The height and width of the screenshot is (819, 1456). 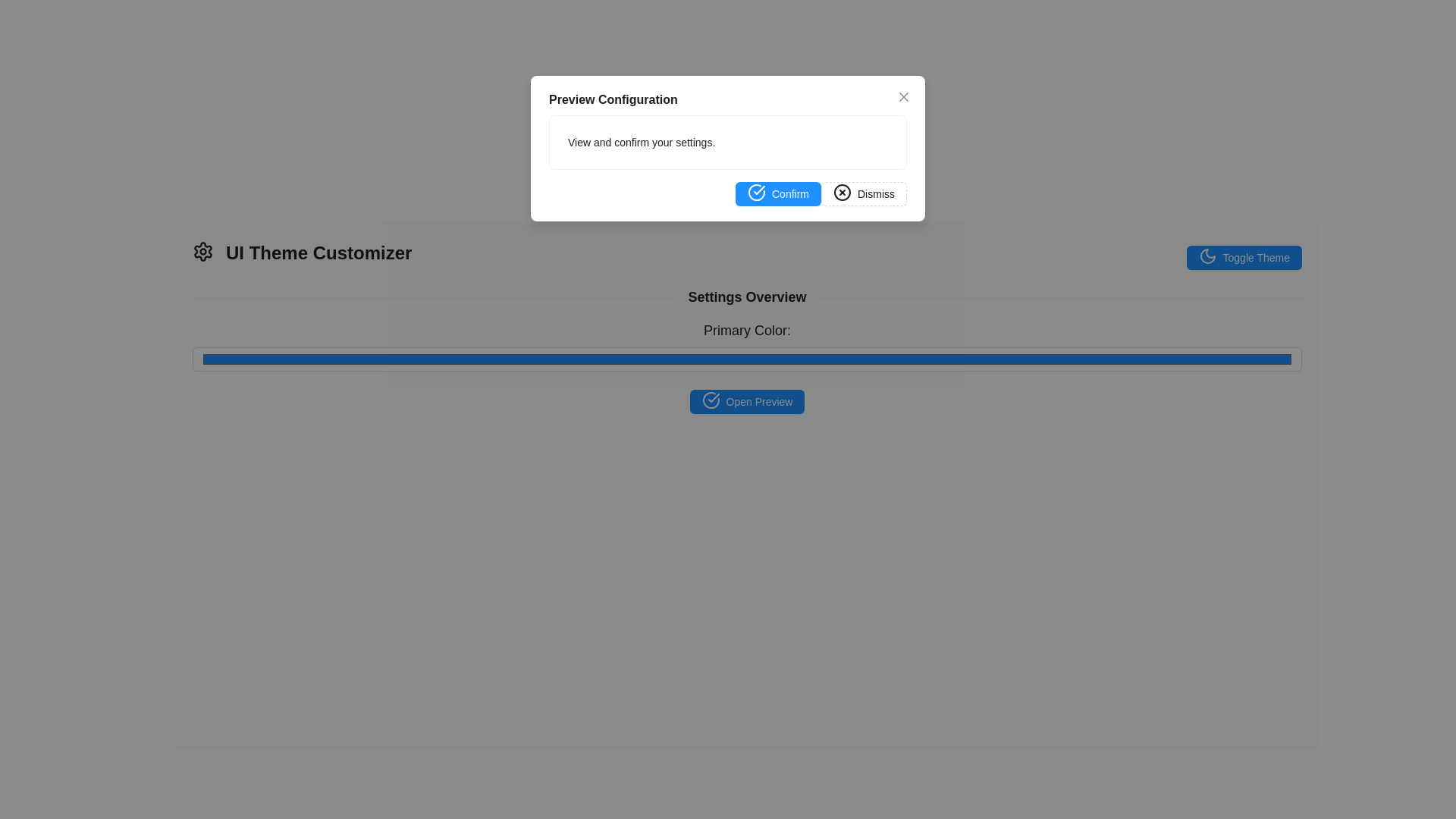 What do you see at coordinates (747, 359) in the screenshot?
I see `the horizontal color input field with blue value displayed, located below the label 'Primary Color:'` at bounding box center [747, 359].